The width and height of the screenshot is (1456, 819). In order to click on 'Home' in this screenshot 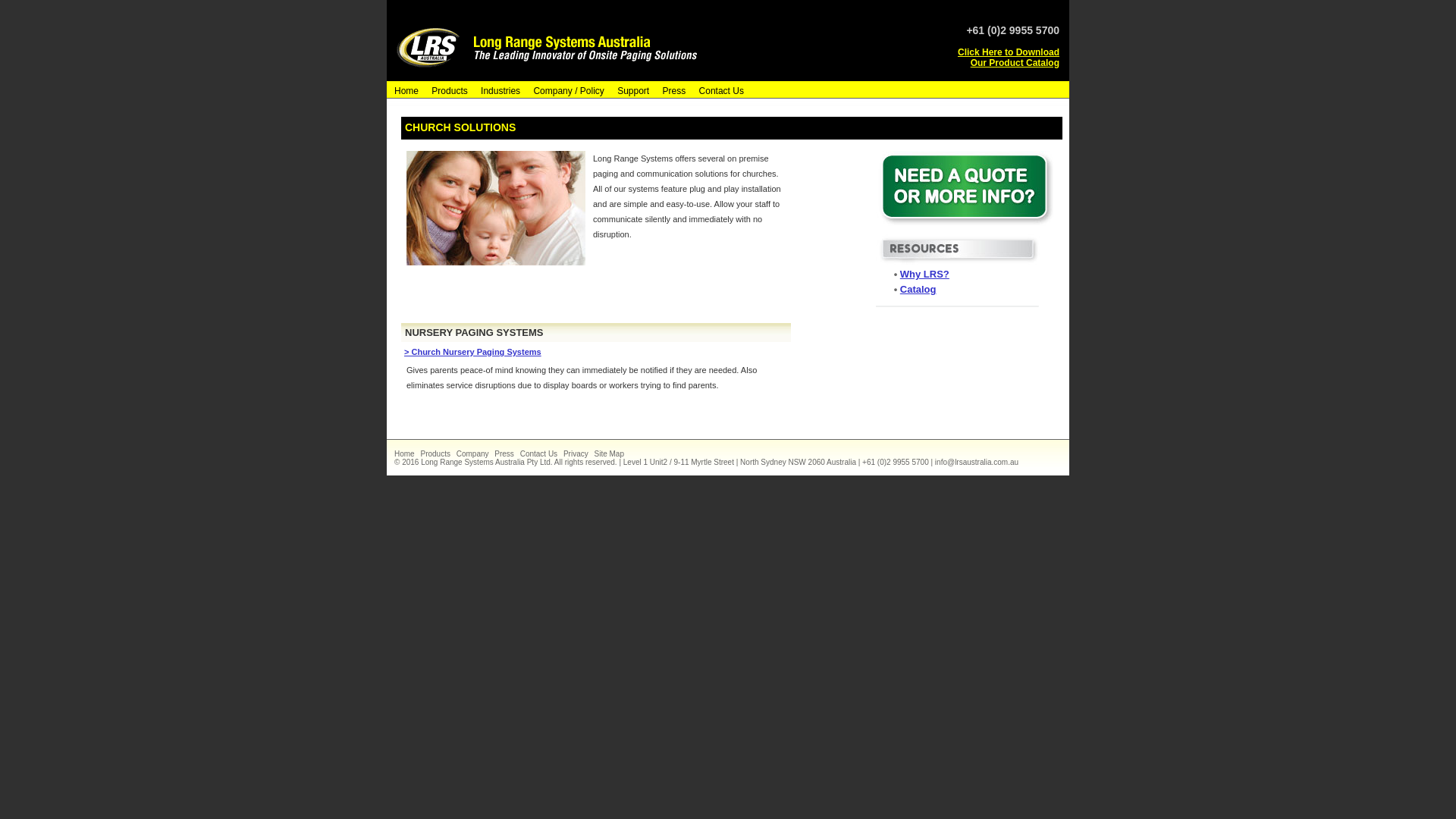, I will do `click(403, 90)`.